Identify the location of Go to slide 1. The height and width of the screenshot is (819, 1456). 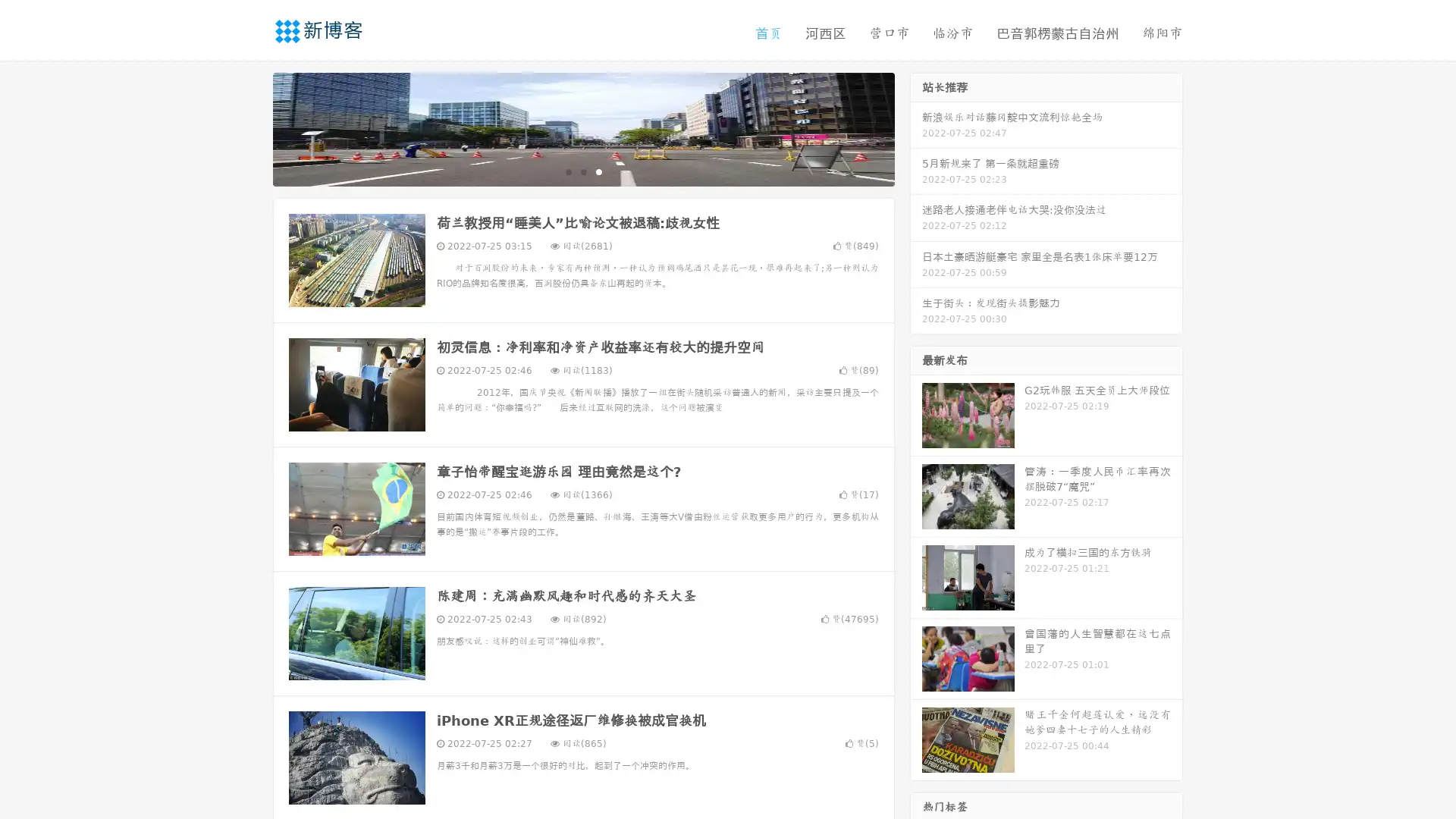
(567, 171).